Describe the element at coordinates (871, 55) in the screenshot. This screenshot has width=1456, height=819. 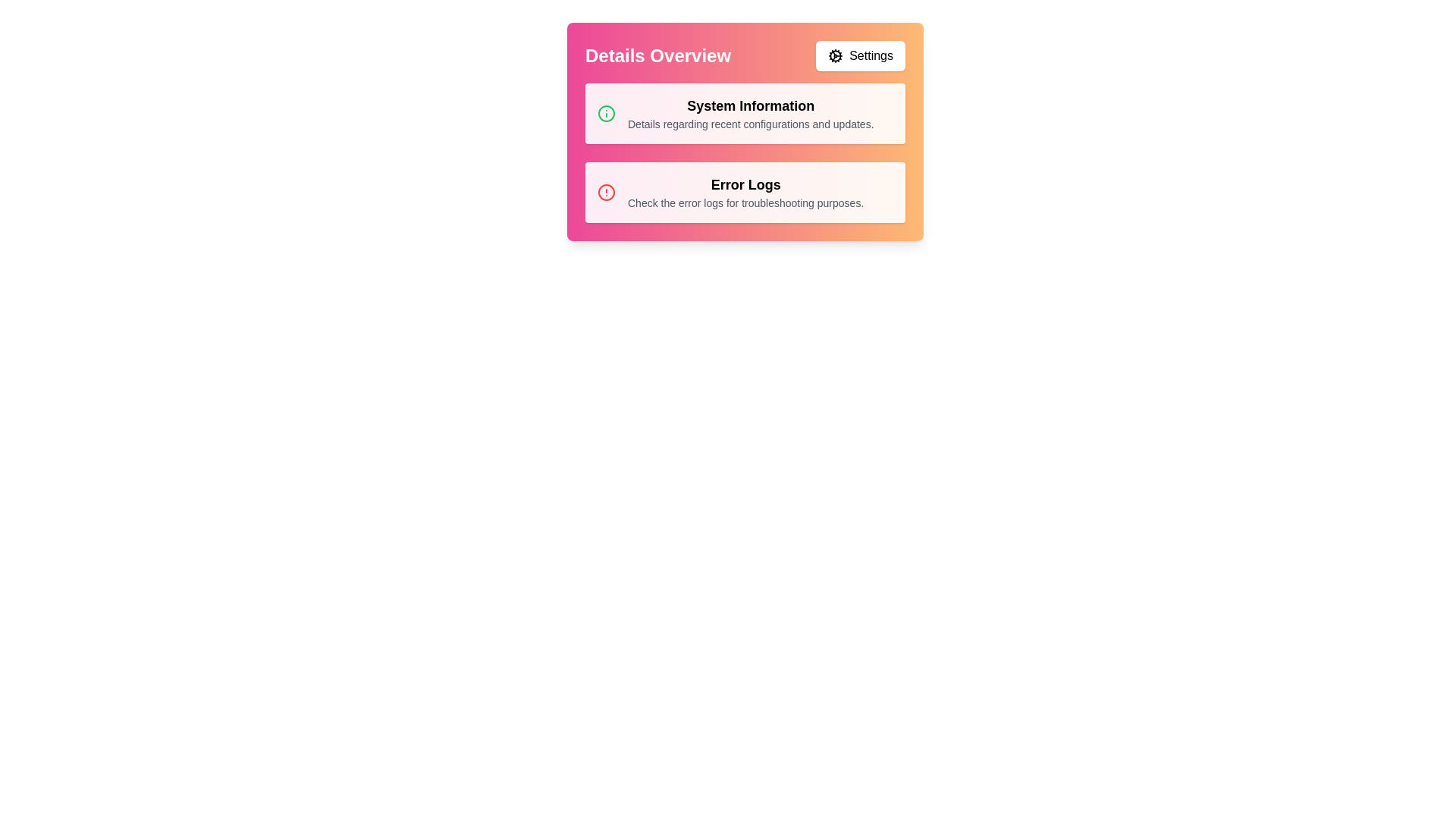
I see `the 'Settings' text label located in the top-right section of the card panel titled 'Details Overview'` at that location.